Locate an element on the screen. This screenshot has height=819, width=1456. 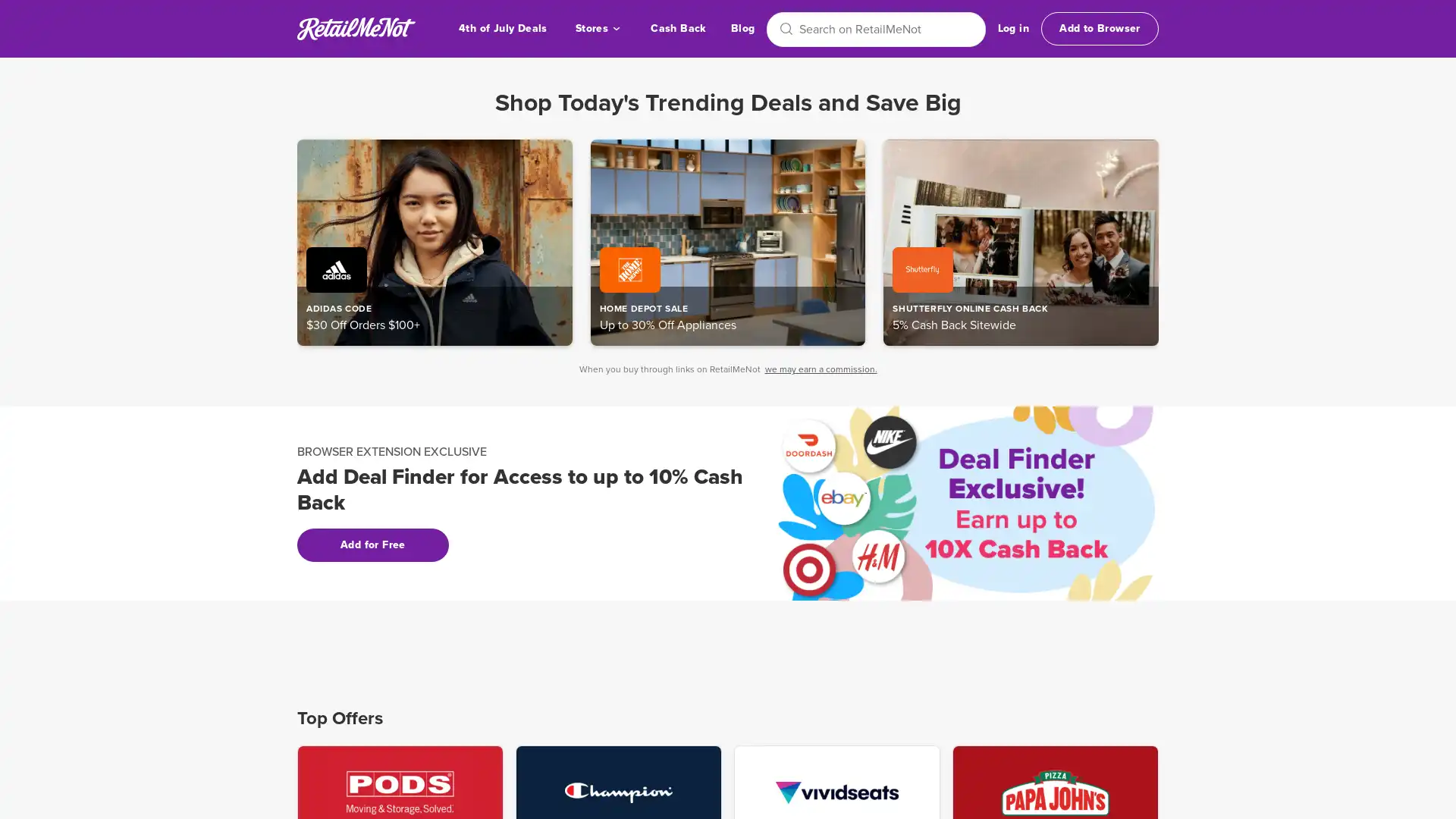
Add for Free is located at coordinates (372, 543).